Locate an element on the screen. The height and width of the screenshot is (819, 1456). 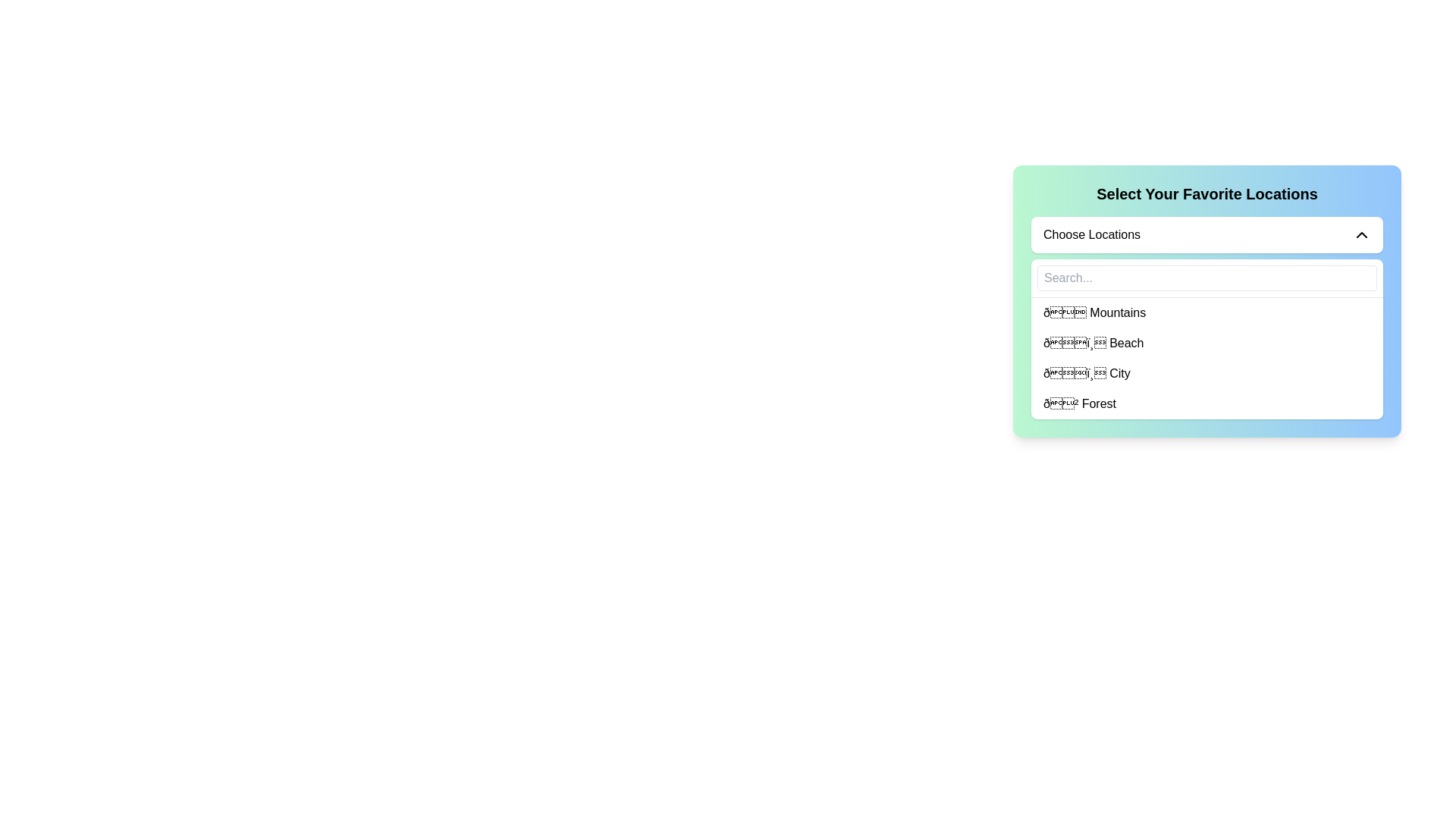
the 'City' text label in the dropdown menu, which is the third option in a vertical list of four is located at coordinates (1086, 374).